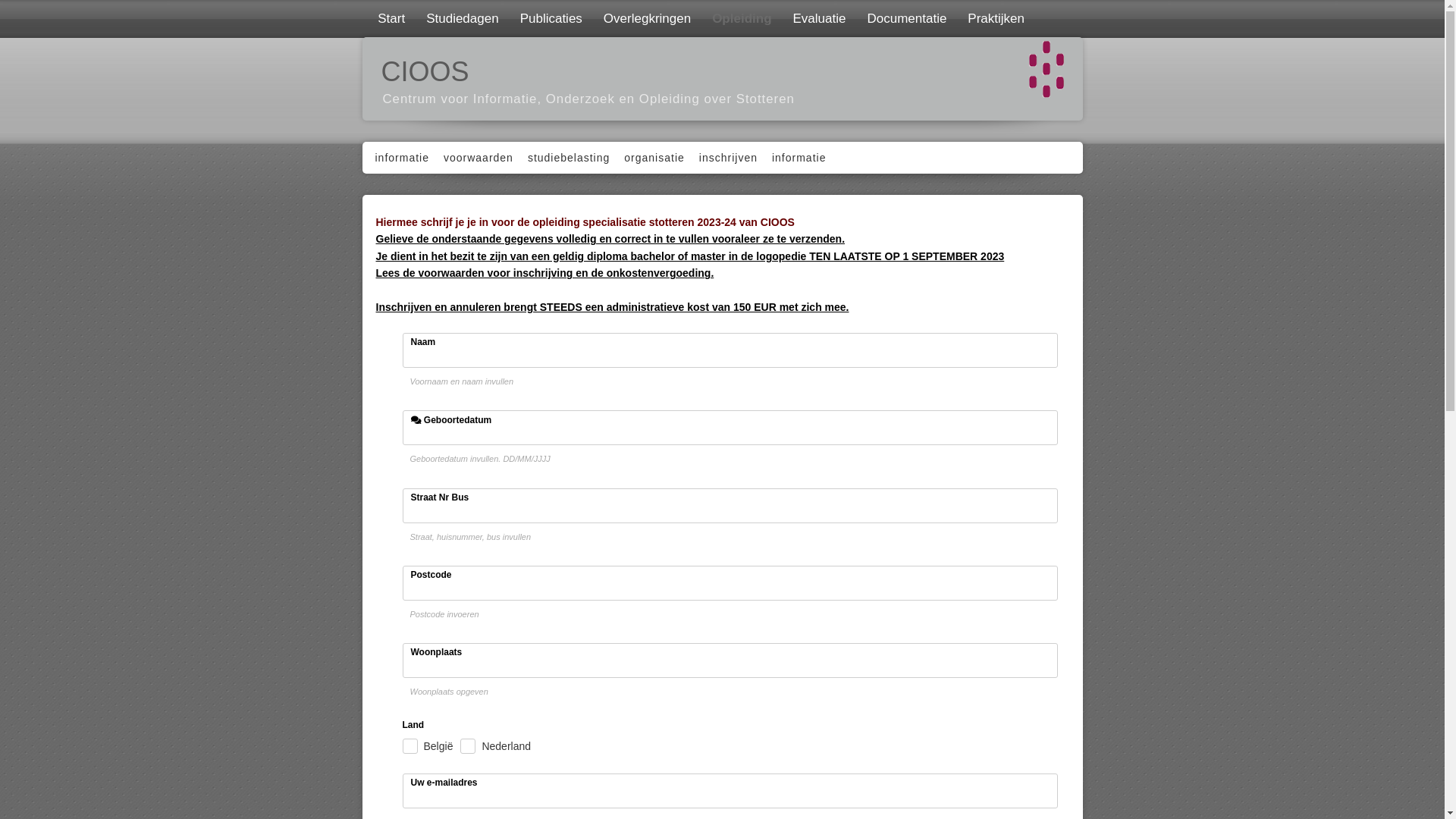 The height and width of the screenshot is (819, 1456). I want to click on 'informatie', so click(400, 158).